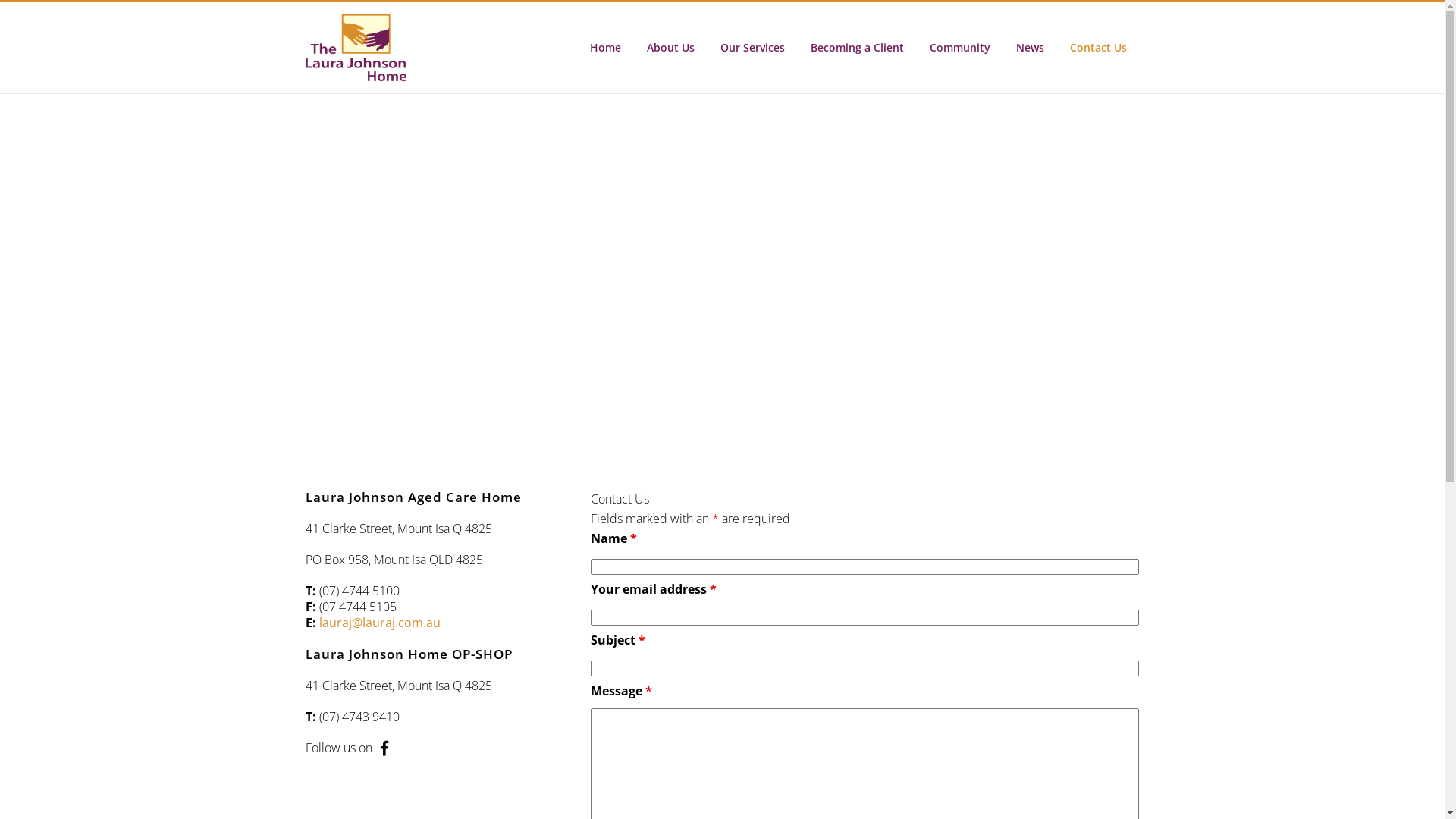 The image size is (1456, 819). What do you see at coordinates (959, 46) in the screenshot?
I see `'Community'` at bounding box center [959, 46].